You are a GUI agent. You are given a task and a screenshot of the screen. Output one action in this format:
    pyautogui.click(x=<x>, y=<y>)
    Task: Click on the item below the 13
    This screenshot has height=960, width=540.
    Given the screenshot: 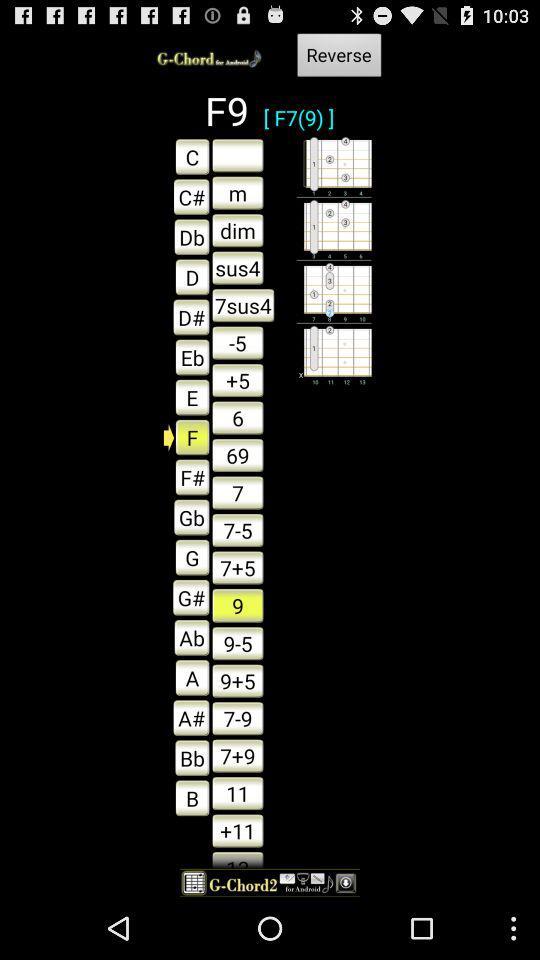 What is the action you would take?
    pyautogui.click(x=270, y=881)
    